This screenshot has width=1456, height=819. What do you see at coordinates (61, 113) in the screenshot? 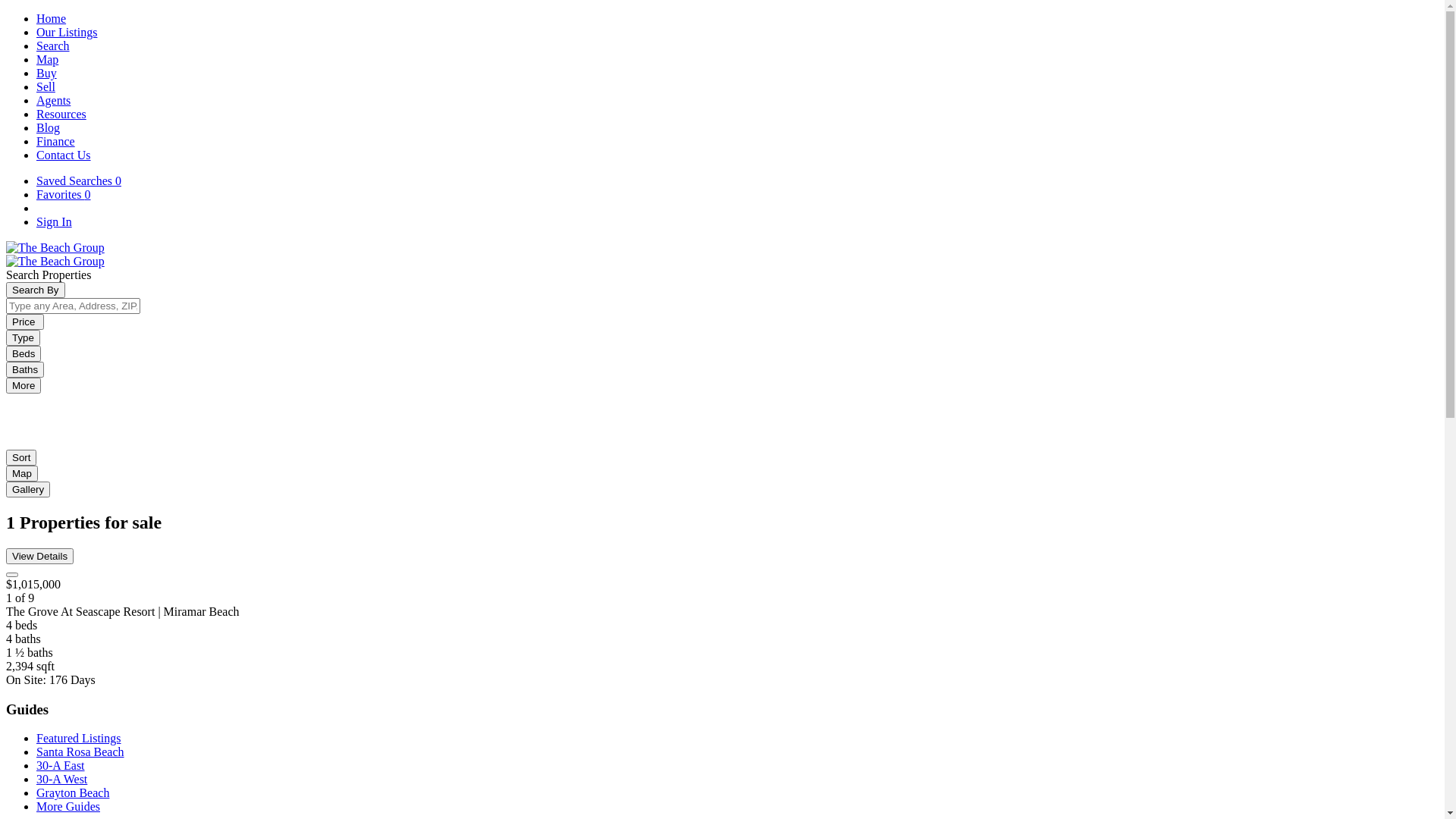
I see `'Resources'` at bounding box center [61, 113].